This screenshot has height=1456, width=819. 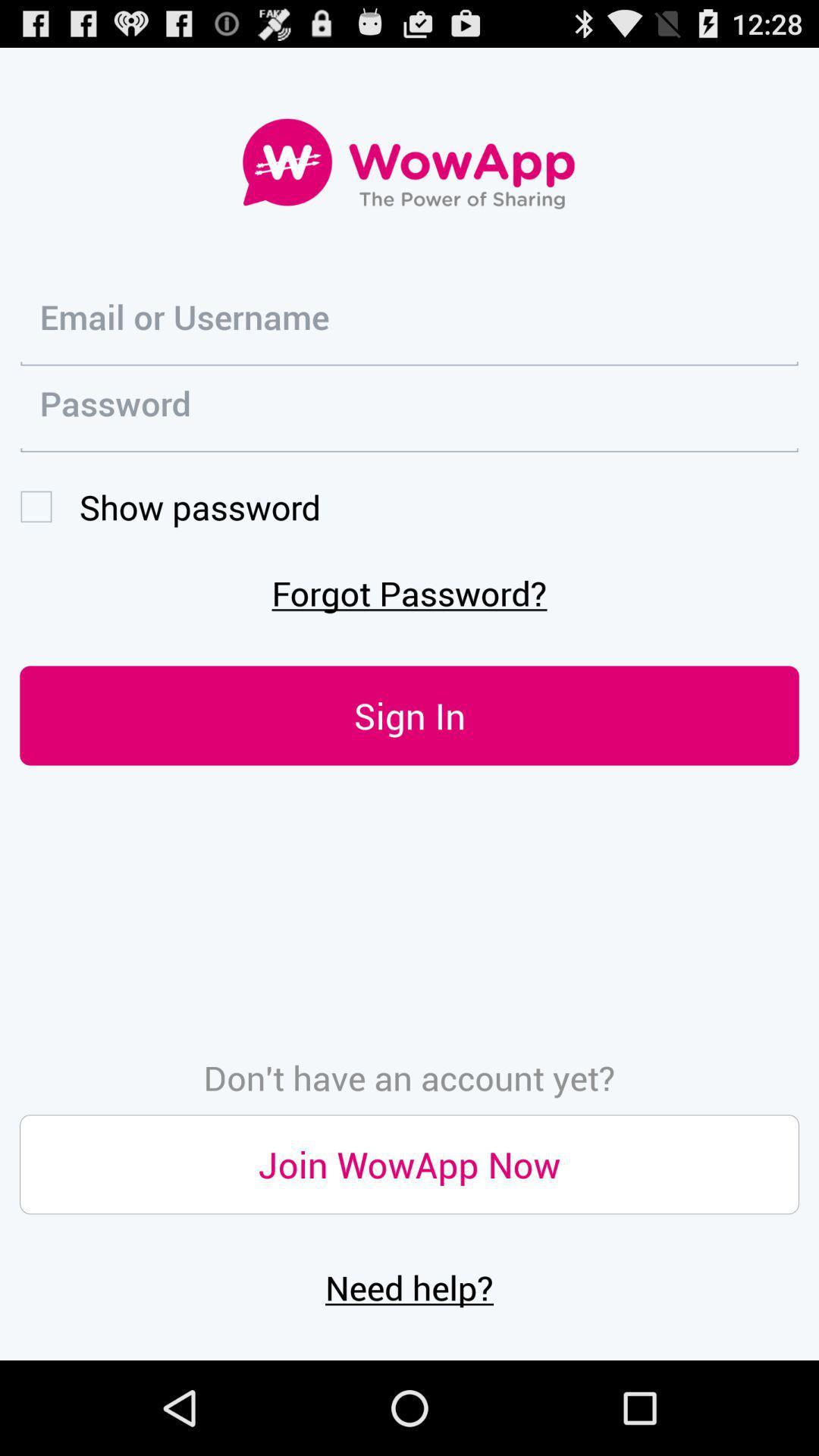 I want to click on the item above the don t have icon, so click(x=409, y=714).